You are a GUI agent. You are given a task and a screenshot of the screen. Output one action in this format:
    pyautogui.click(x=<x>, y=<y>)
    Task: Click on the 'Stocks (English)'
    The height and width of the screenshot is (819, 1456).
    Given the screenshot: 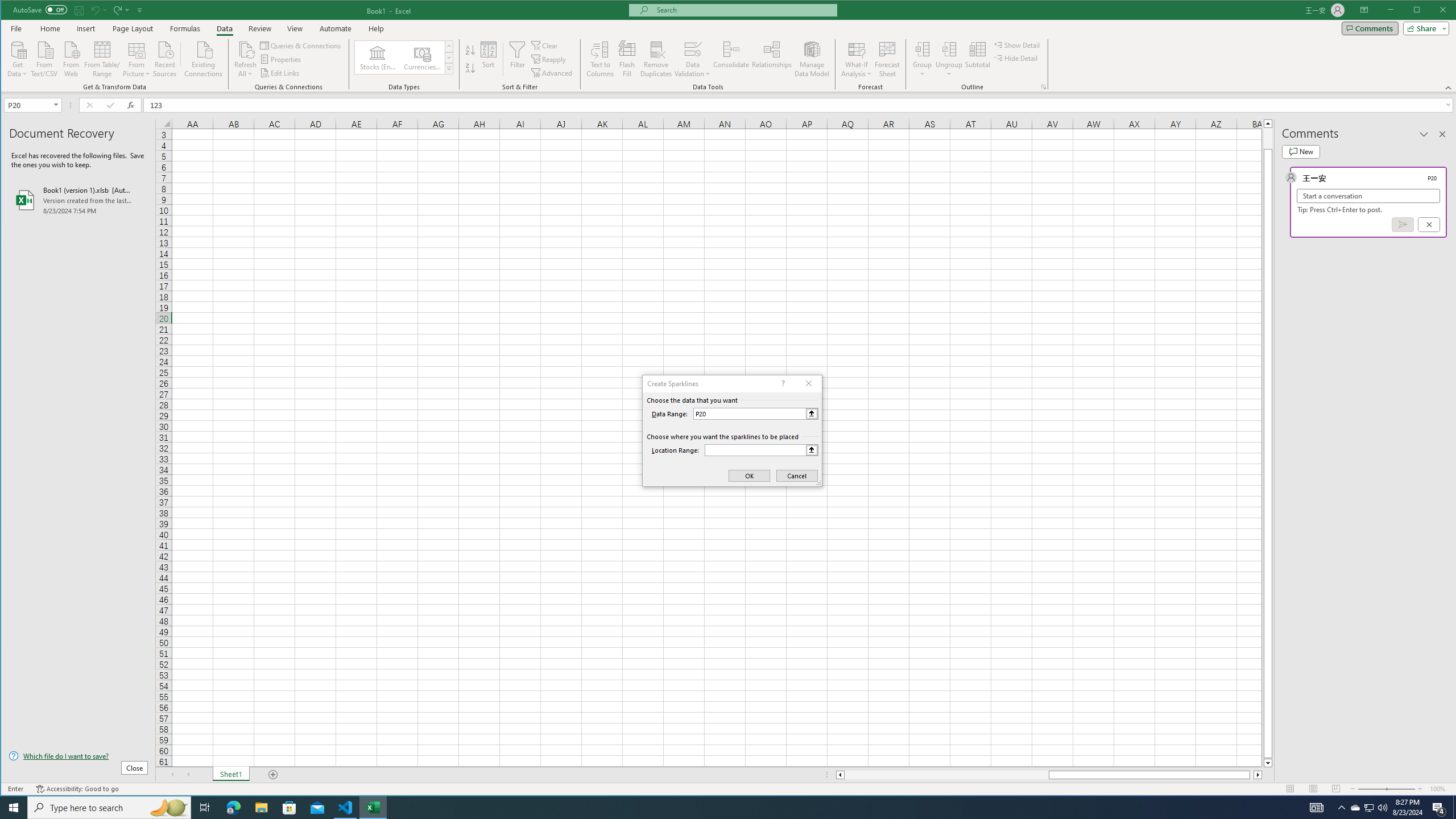 What is the action you would take?
    pyautogui.click(x=378, y=57)
    